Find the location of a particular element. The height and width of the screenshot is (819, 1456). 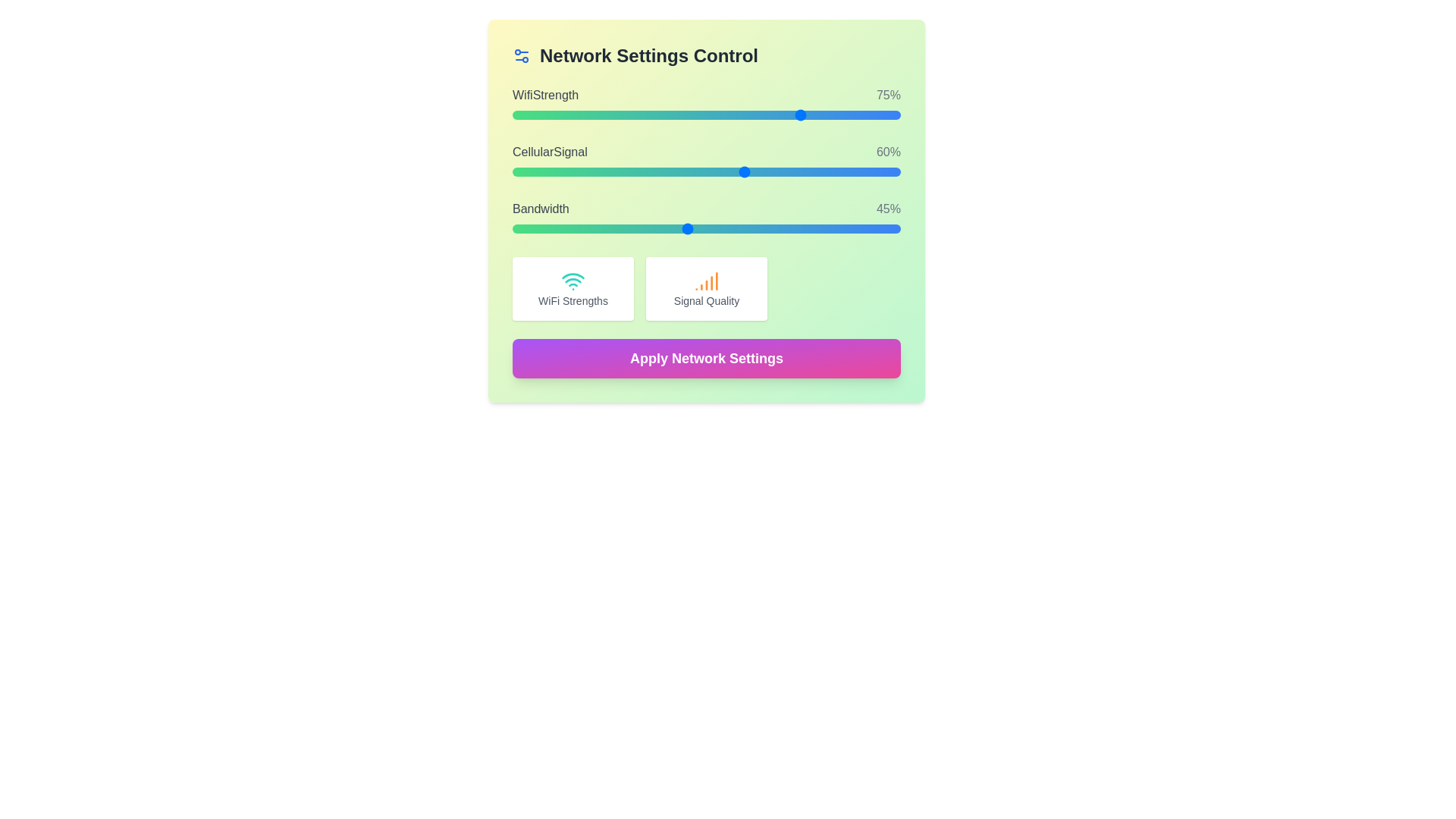

the non-interactive text label displaying the current numeric percentage value of the cellular signal strength, located in the second row of the settings control interface, aligned to the right of the 'CellularSignal' label is located at coordinates (888, 152).